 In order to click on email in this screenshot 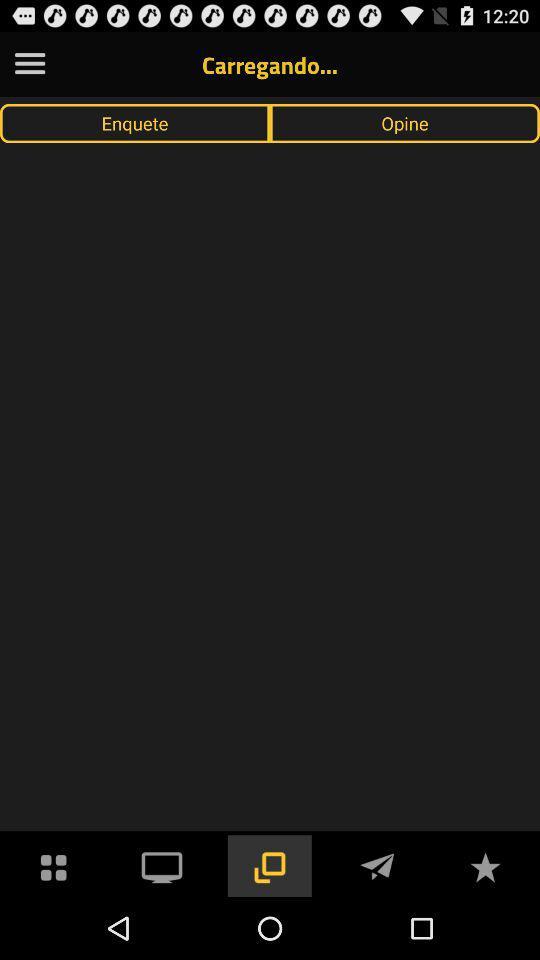, I will do `click(377, 864)`.